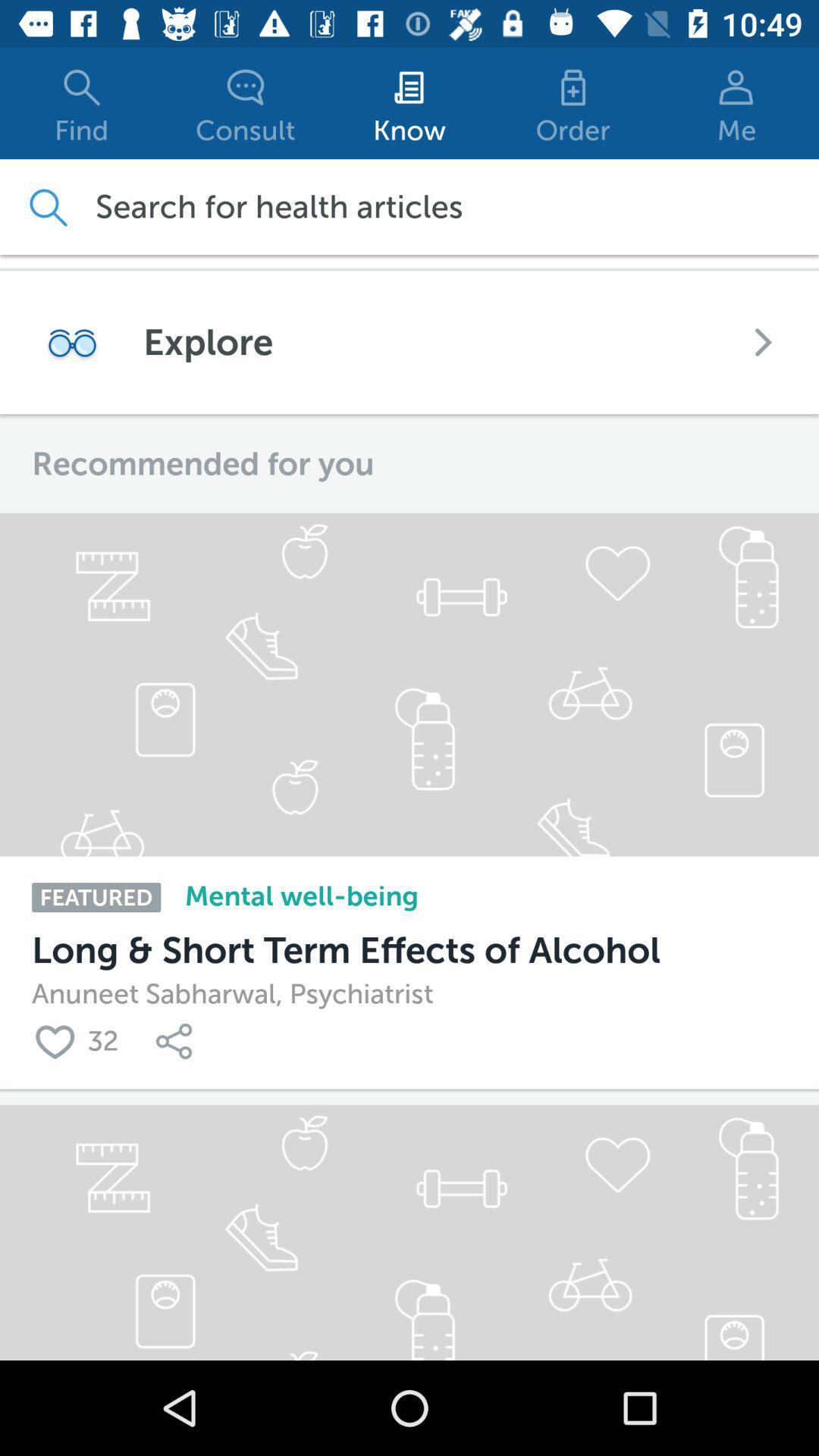 The height and width of the screenshot is (1456, 819). I want to click on share article, so click(177, 1040).